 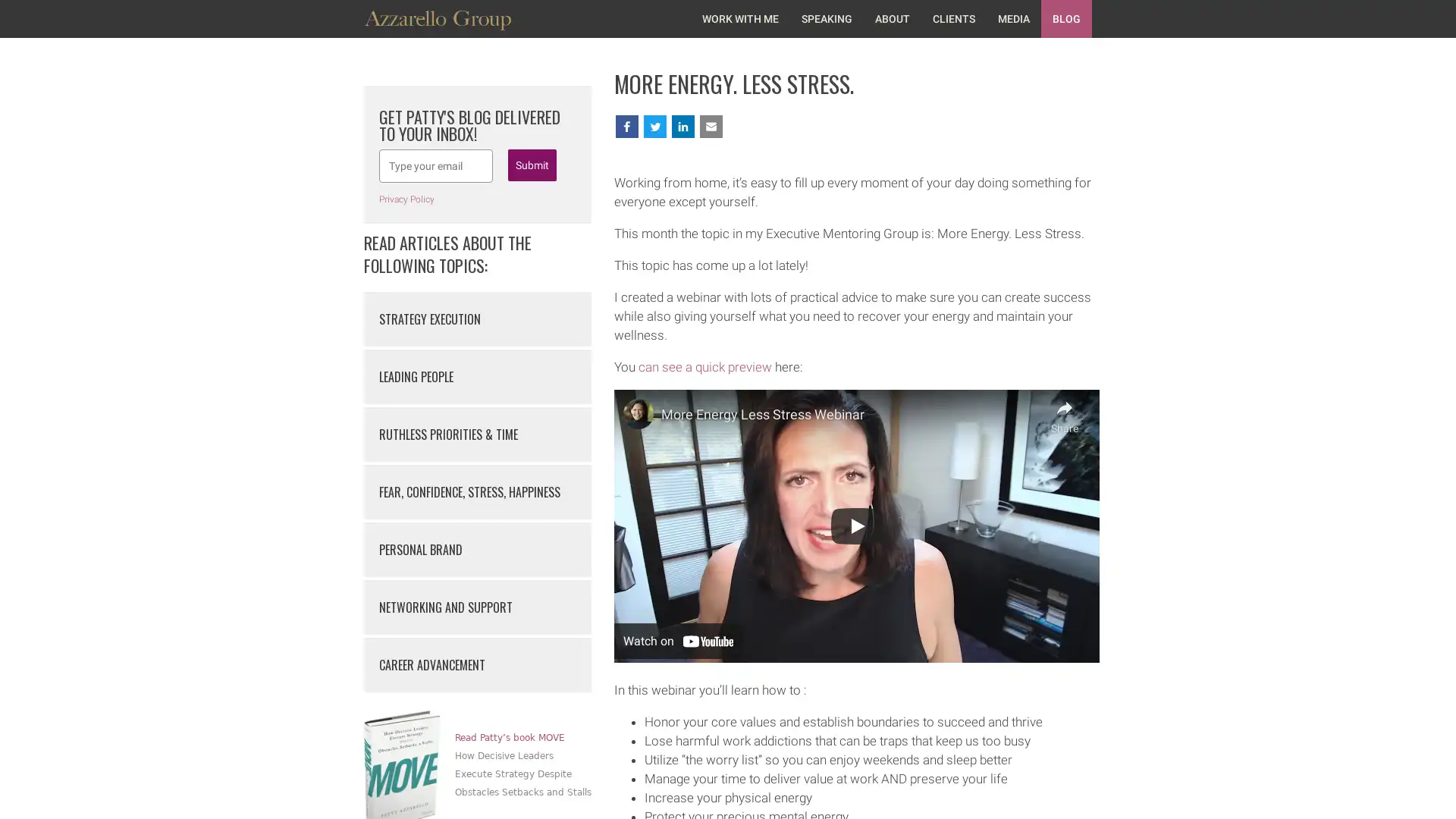 I want to click on STRATEGY EXECUTION, so click(x=476, y=318).